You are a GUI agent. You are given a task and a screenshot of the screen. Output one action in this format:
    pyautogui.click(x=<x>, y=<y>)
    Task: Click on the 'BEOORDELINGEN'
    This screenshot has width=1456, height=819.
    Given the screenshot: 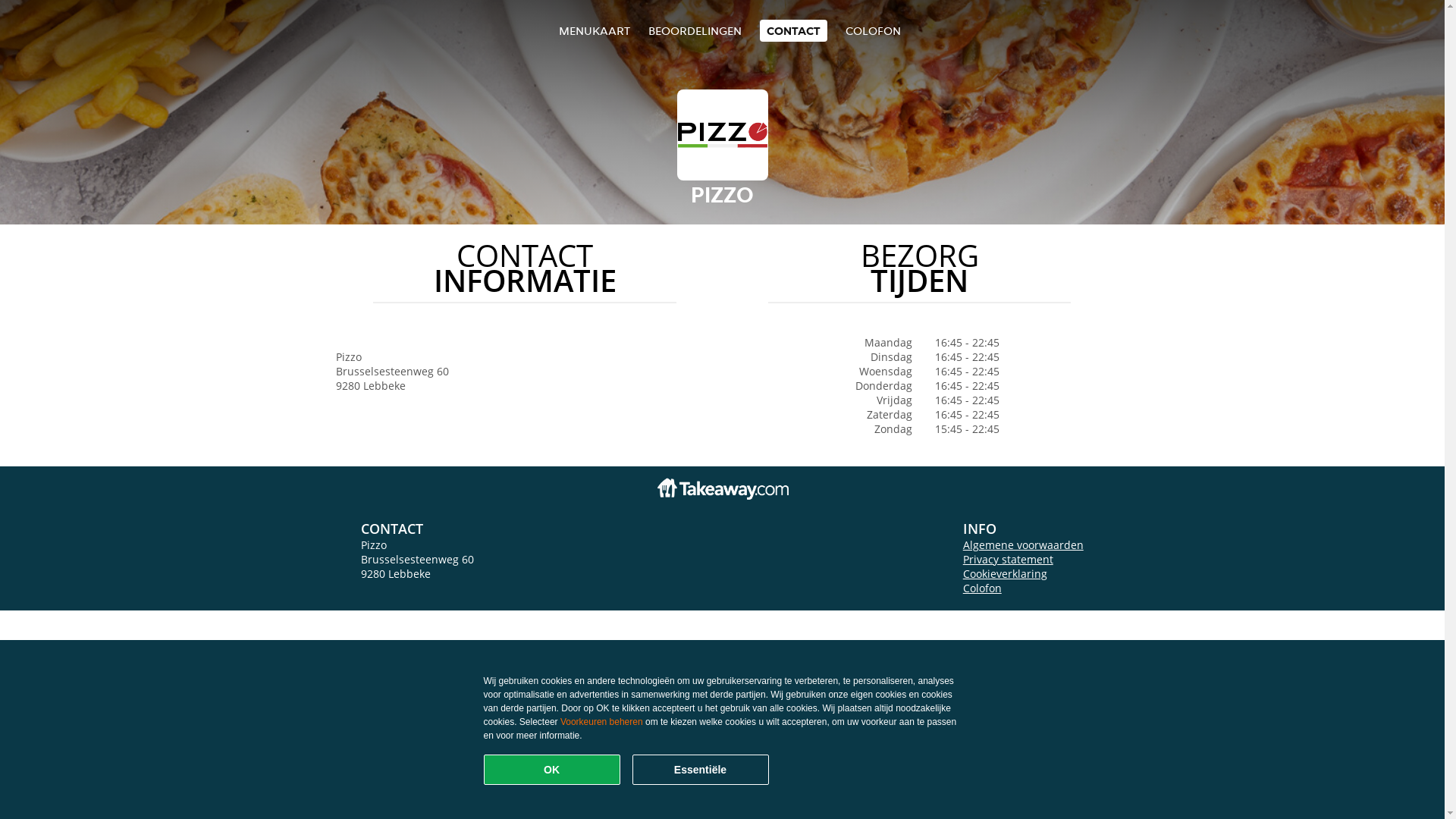 What is the action you would take?
    pyautogui.click(x=694, y=30)
    